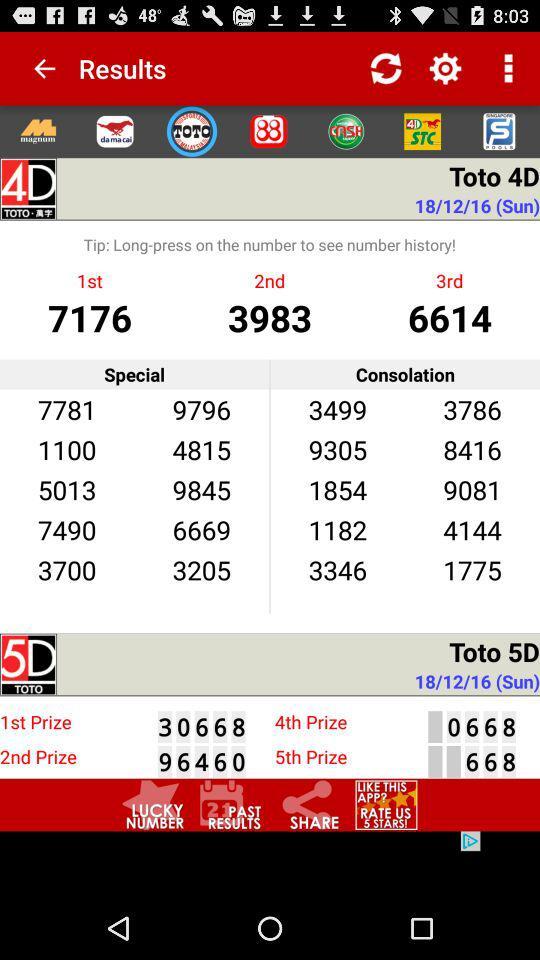  I want to click on open bottom page advertisement, so click(270, 863).